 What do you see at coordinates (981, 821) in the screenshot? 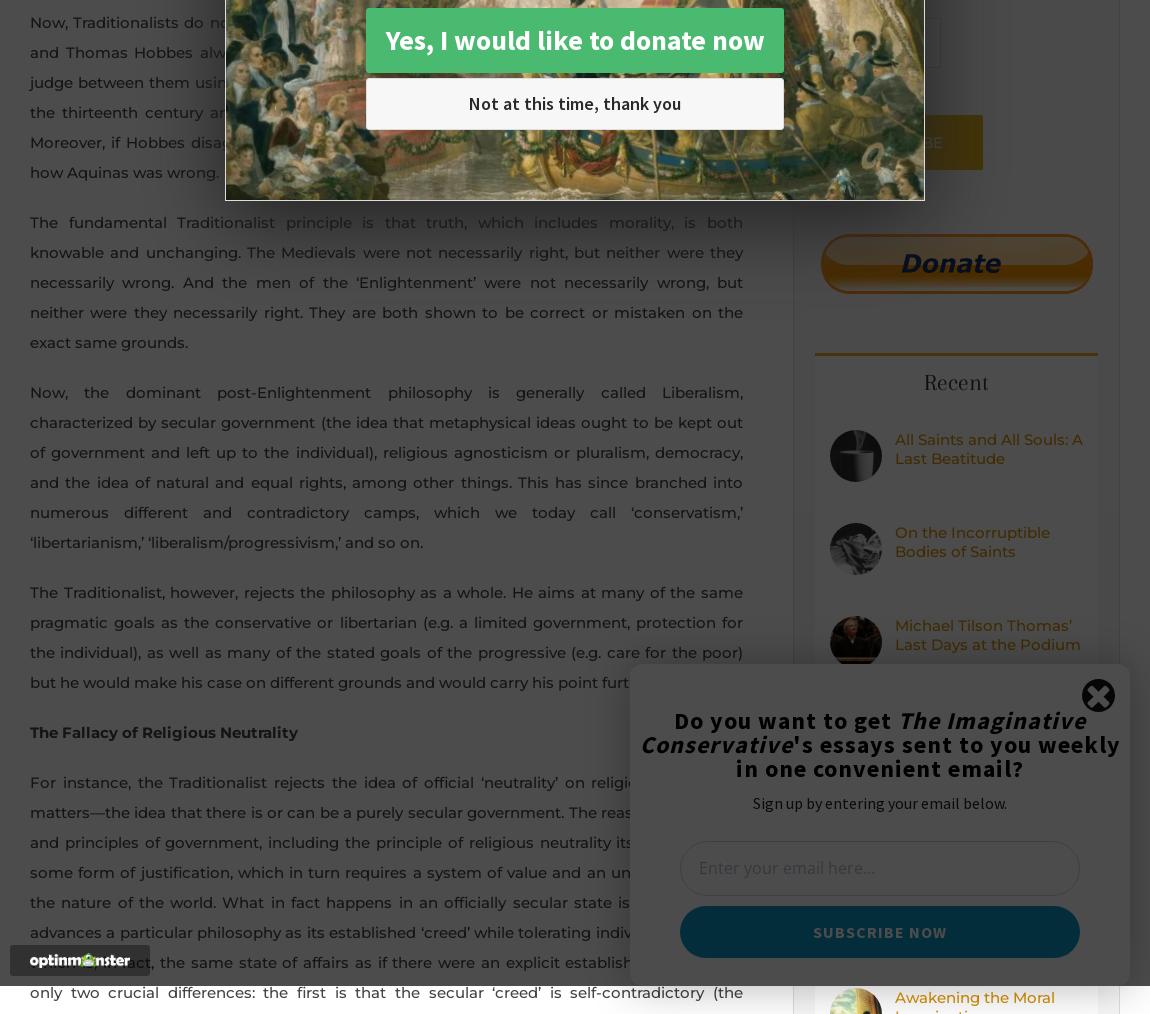
I see `'All Hallow’s Eve: A Sonnet of Reclamation'` at bounding box center [981, 821].